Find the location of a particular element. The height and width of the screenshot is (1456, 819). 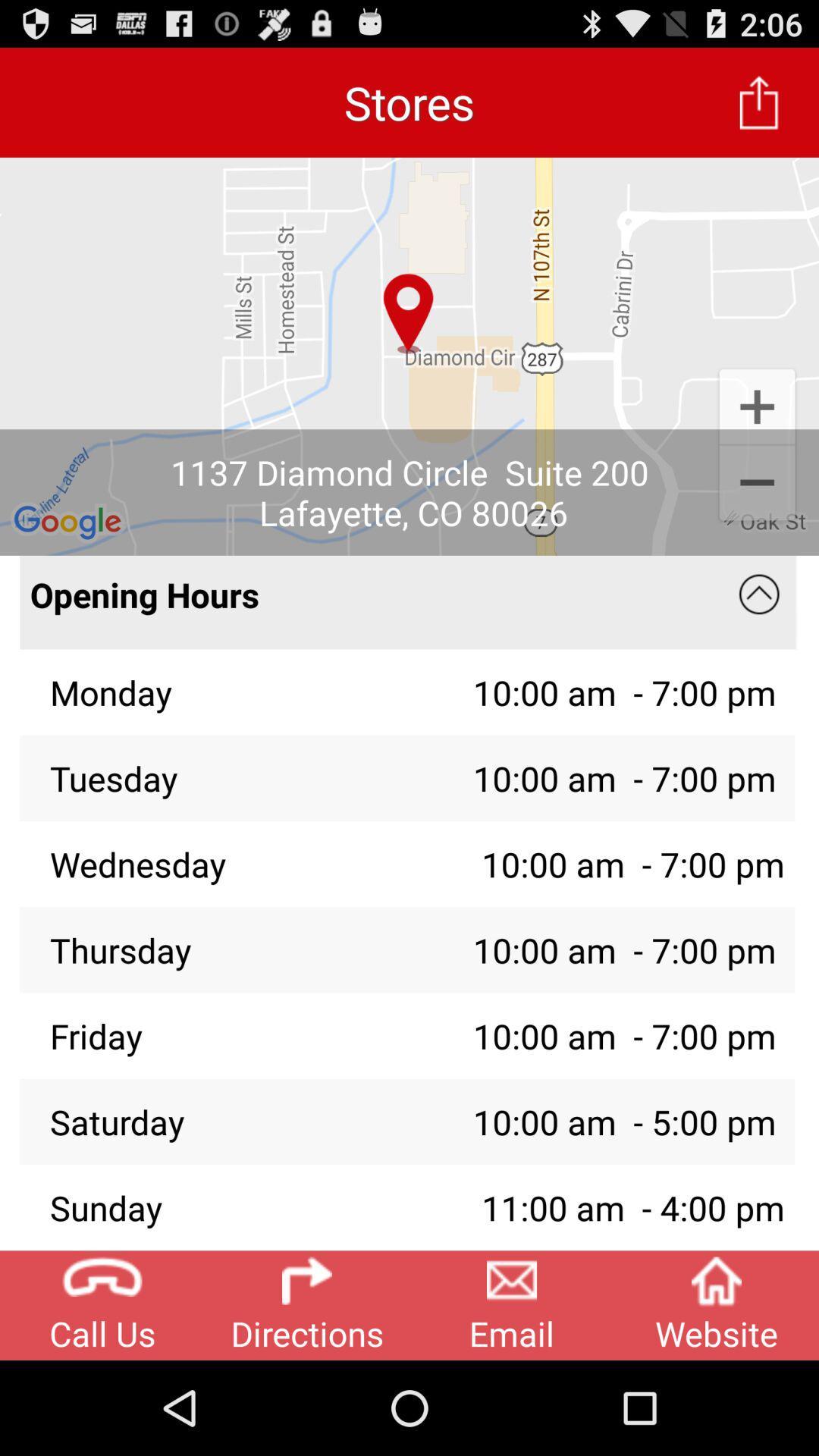

app next to the email item is located at coordinates (717, 1304).